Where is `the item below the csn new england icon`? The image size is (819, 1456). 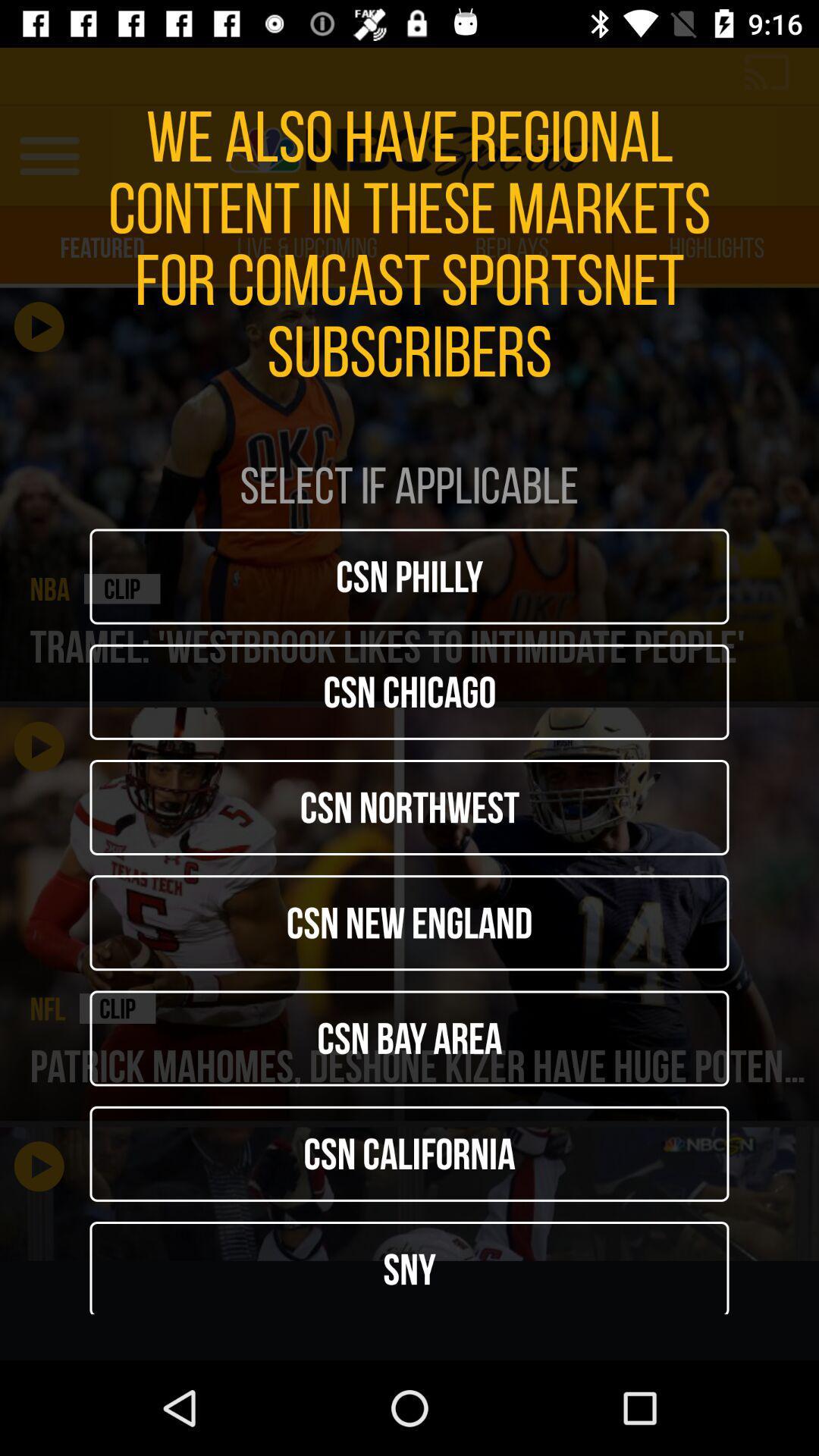
the item below the csn new england icon is located at coordinates (409, 1037).